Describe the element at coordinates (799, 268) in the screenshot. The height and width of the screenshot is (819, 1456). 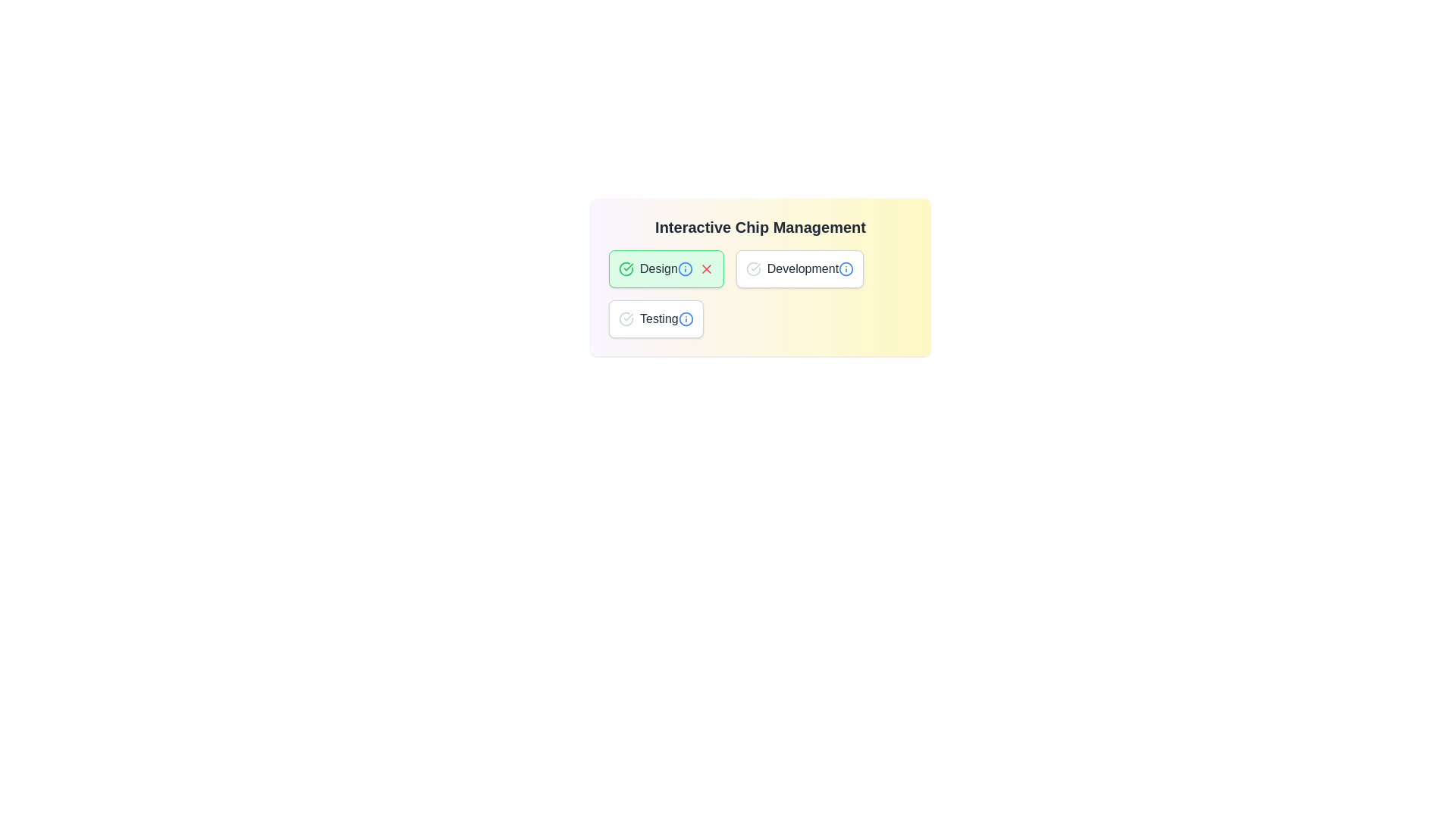
I see `the chip labeled Development` at that location.